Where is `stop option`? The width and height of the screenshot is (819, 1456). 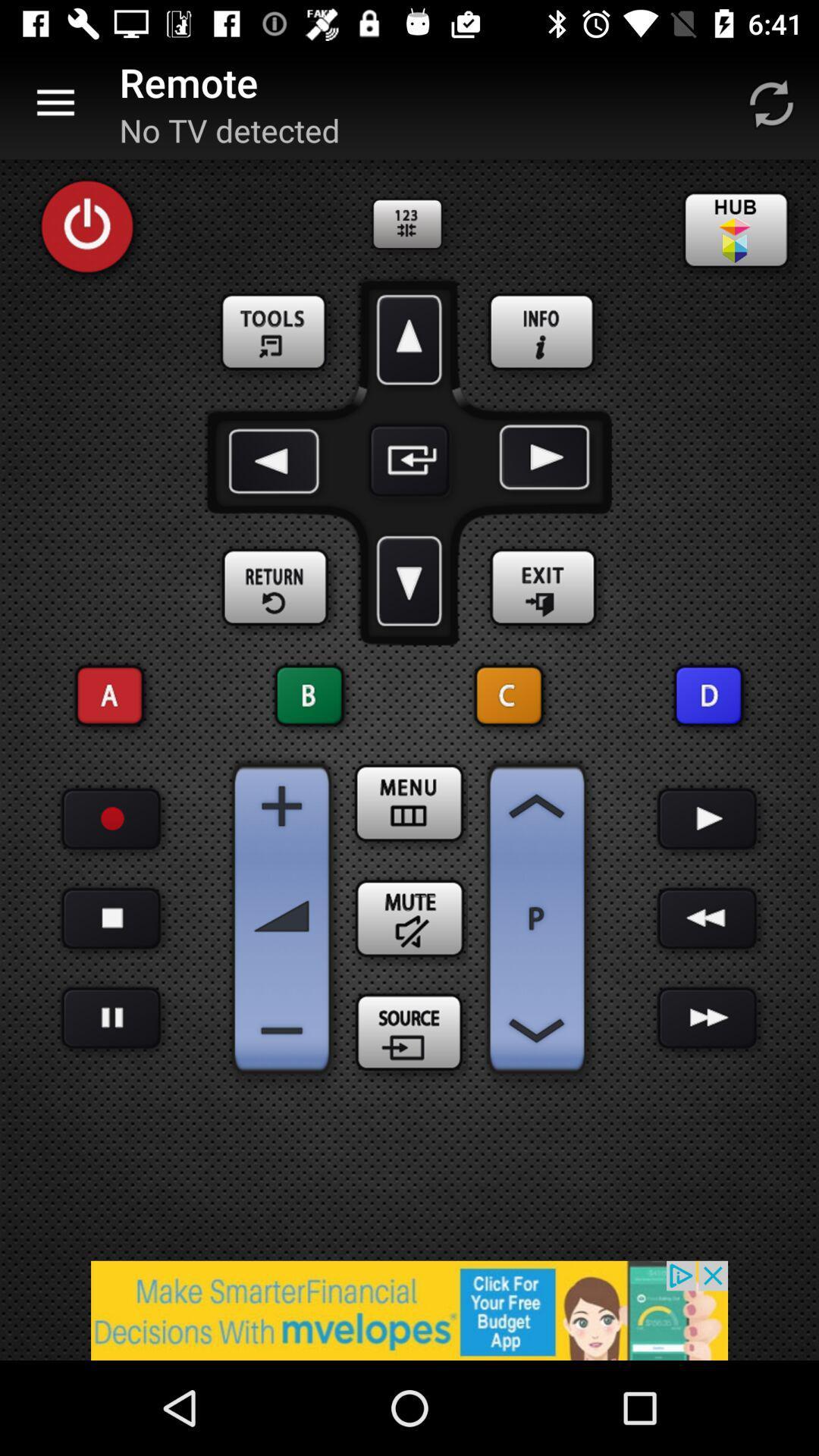 stop option is located at coordinates (110, 1018).